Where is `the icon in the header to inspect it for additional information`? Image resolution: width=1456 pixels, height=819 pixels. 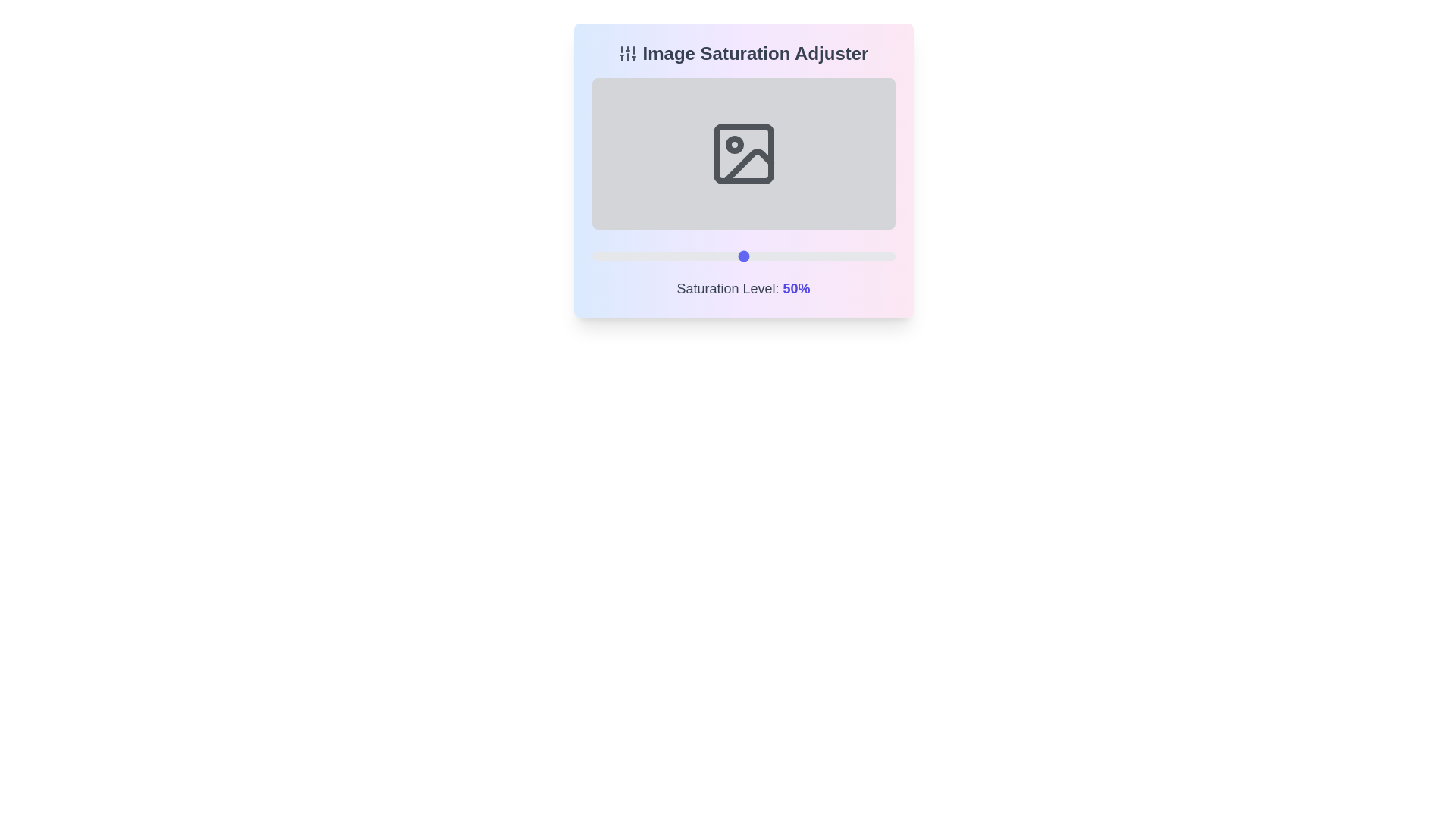 the icon in the header to inspect it for additional information is located at coordinates (627, 52).